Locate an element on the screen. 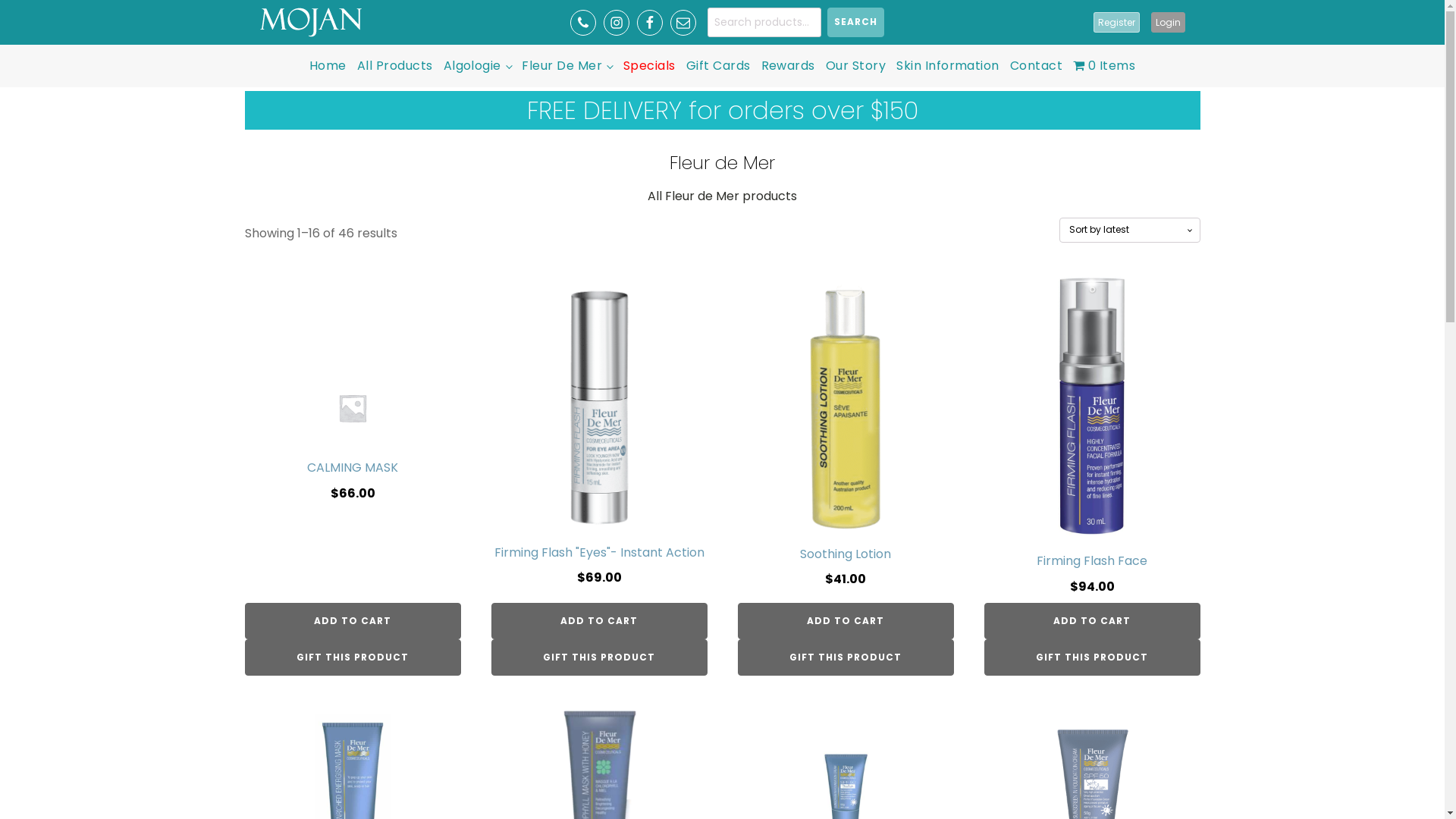 This screenshot has width=1456, height=819. 'Skin Information' is located at coordinates (946, 65).